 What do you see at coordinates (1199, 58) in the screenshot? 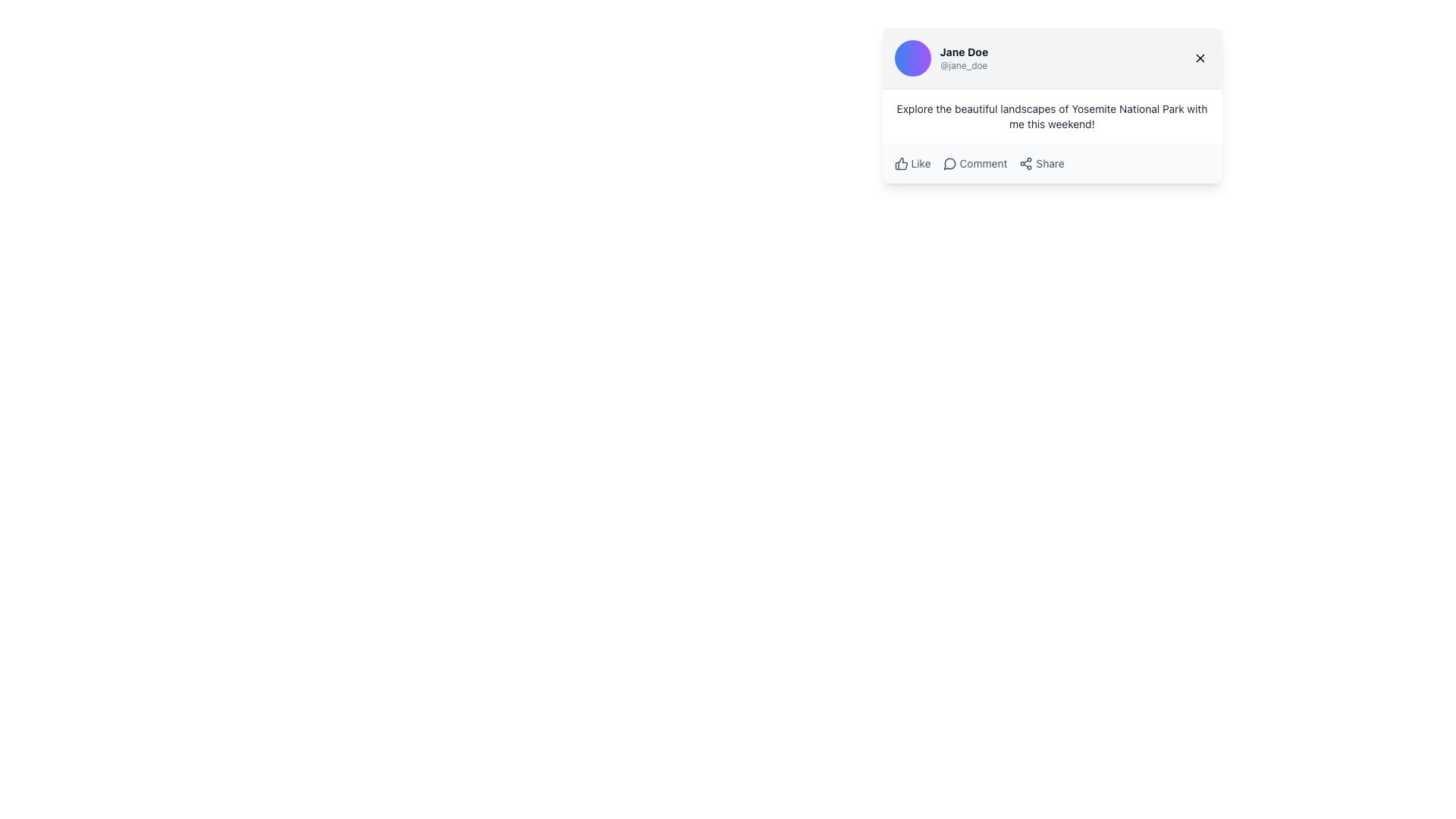
I see `the close button located in the top-right corner of the user detail card` at bounding box center [1199, 58].